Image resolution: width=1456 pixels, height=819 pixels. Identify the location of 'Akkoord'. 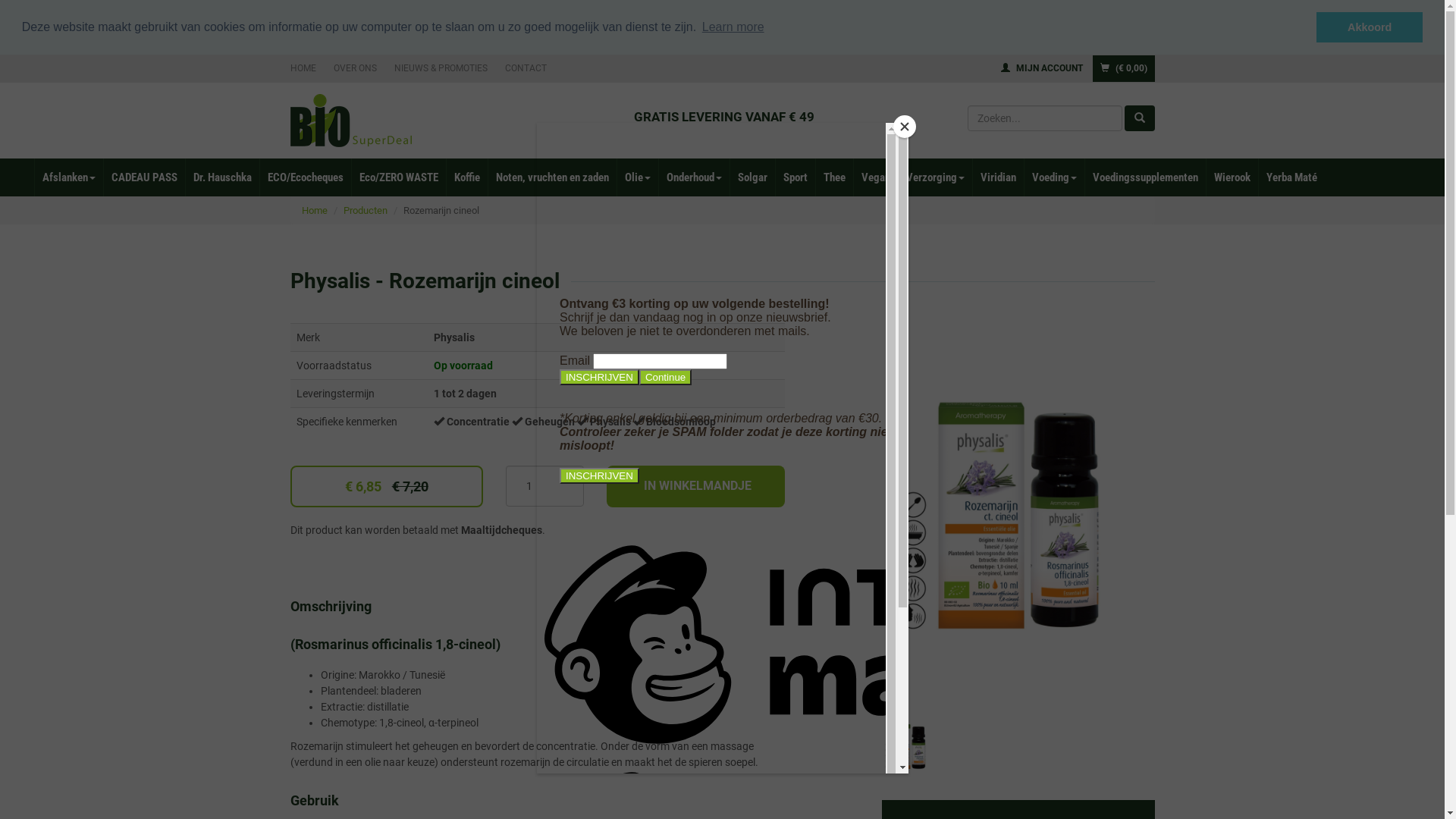
(1316, 27).